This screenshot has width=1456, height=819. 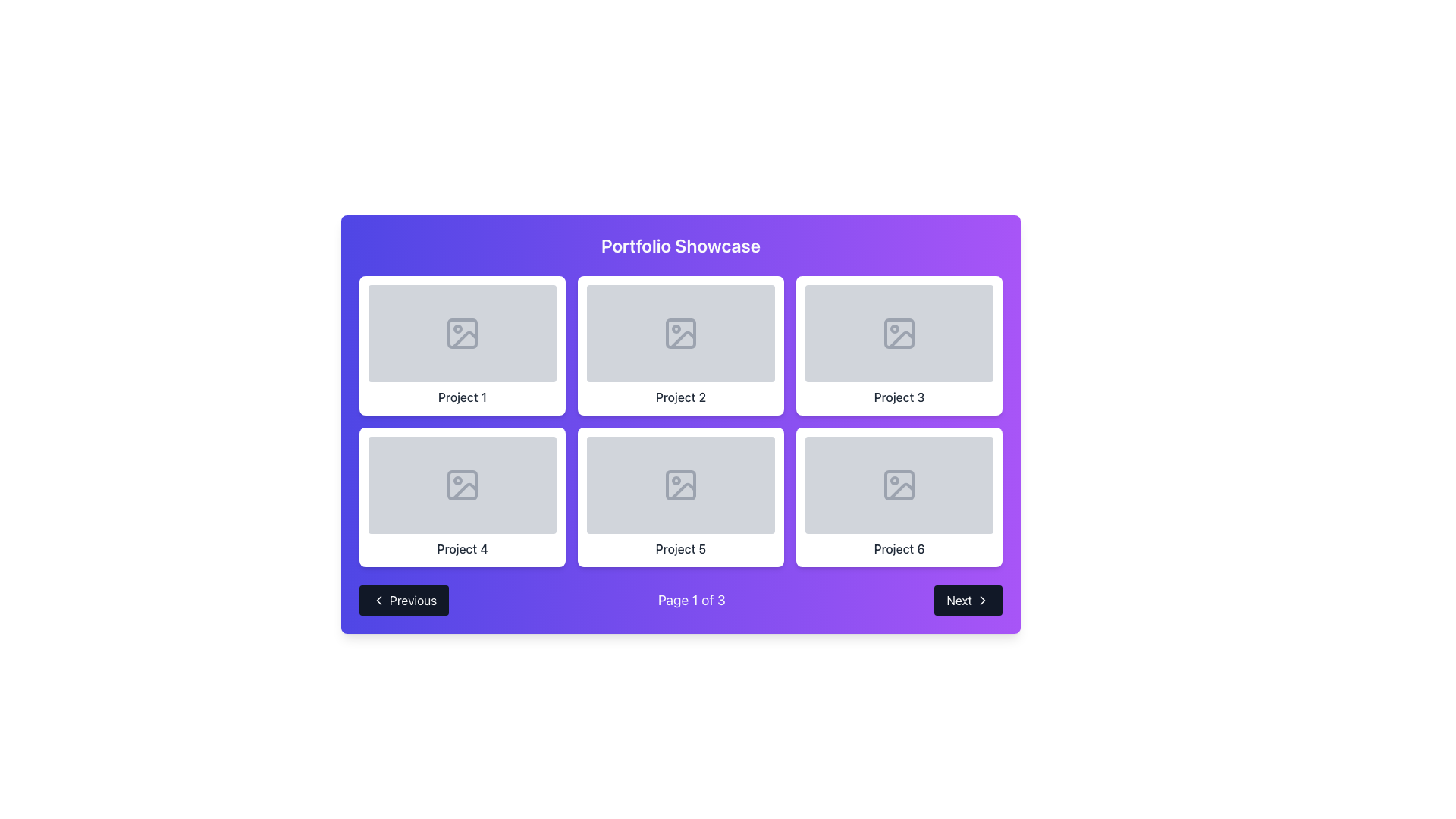 I want to click on the individual project cards displayed in the Grid Layout positioned below the title 'Portfolio Showcase', so click(x=679, y=421).